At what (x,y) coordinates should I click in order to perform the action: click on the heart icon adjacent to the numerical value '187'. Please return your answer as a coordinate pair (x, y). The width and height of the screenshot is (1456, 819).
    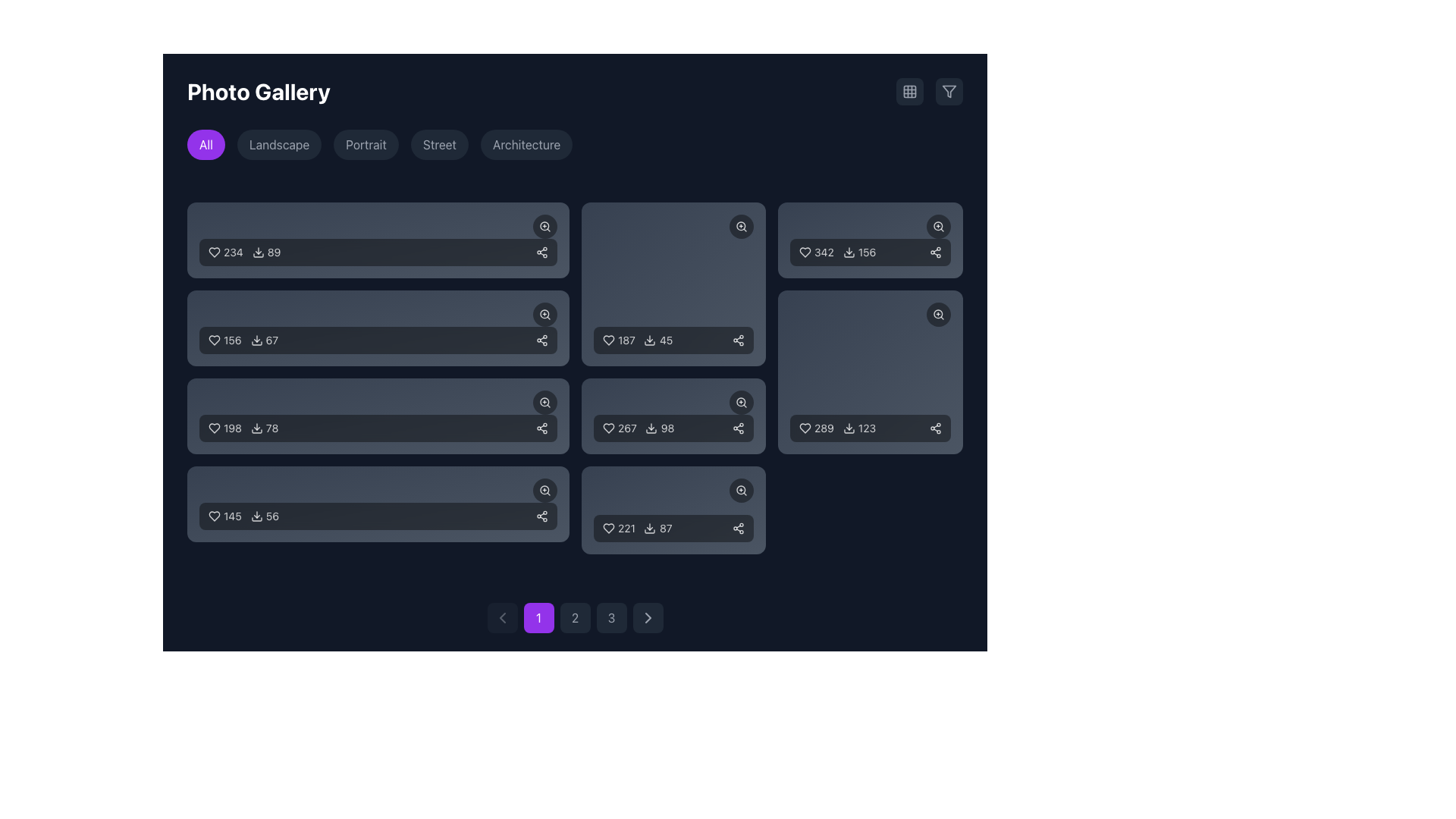
    Looking at the image, I should click on (608, 339).